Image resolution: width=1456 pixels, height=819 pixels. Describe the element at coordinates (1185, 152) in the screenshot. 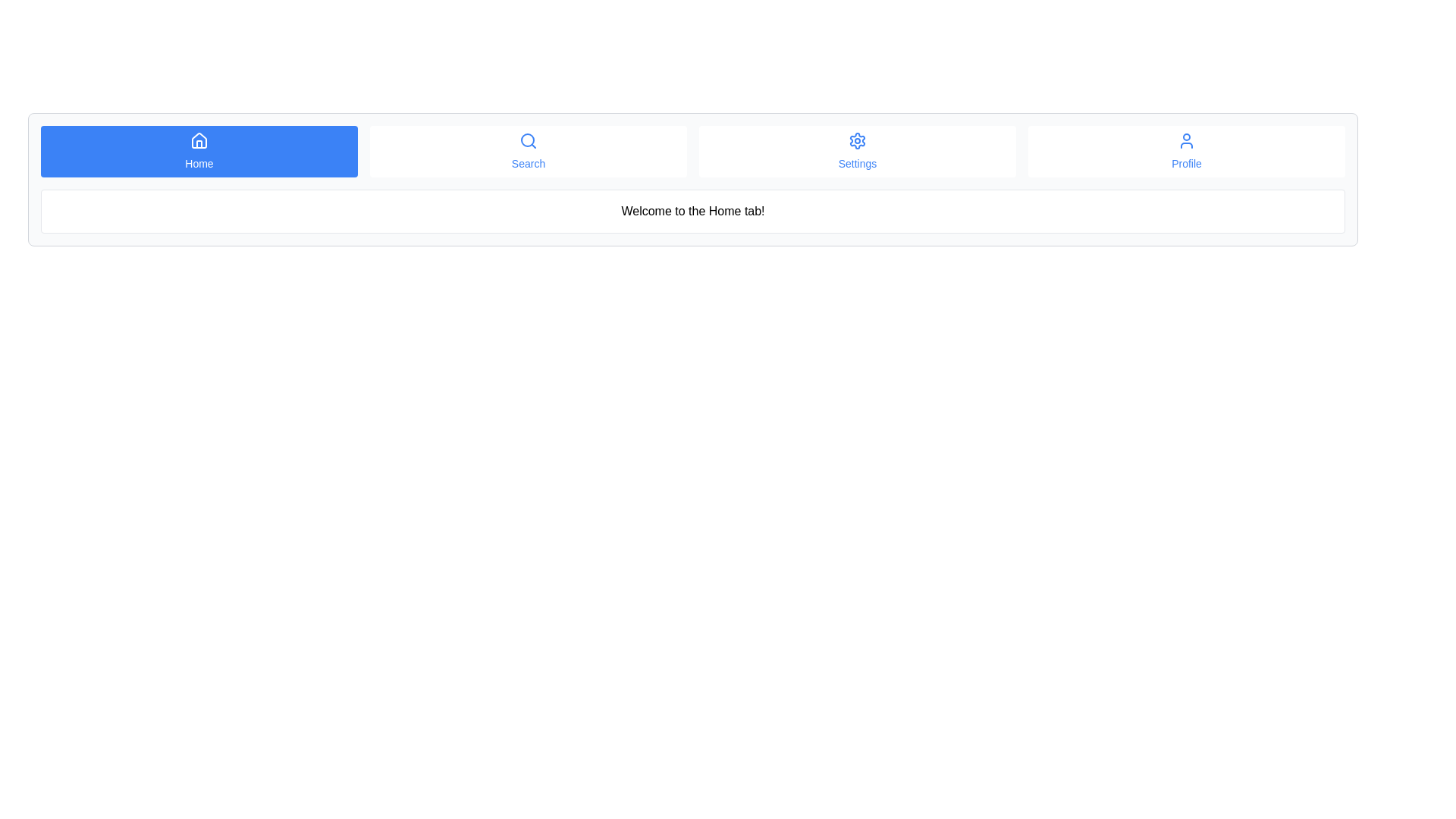

I see `the 'Profile' button, which is a vertically aligned button with a user icon and text beneath it, located at the far-right in the top navigation bar` at that location.